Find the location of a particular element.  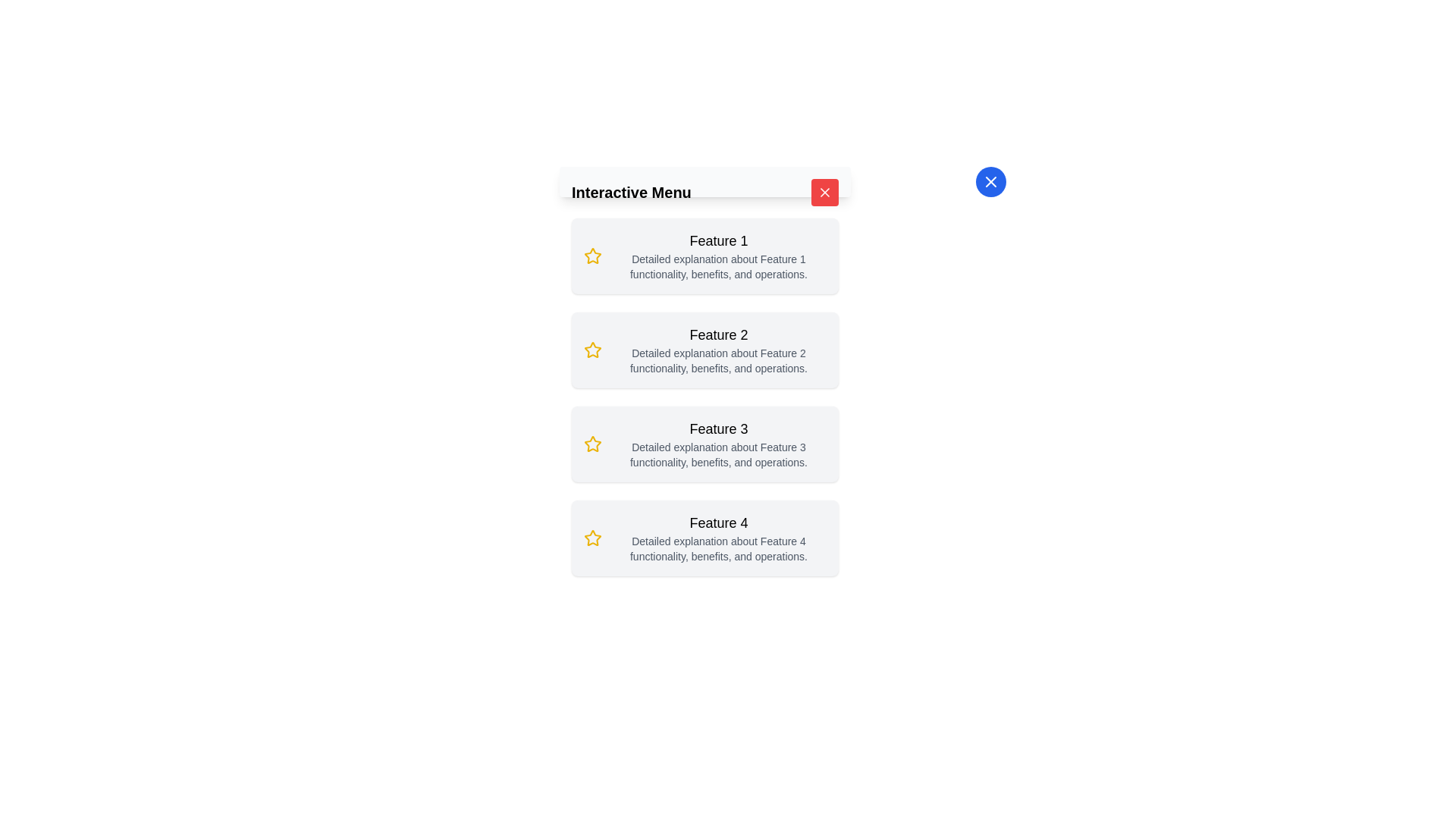

the text reading 'Detailed explanation about Feature 4 functionality, benefits, and operations.' which is positioned below the heading 'Feature 4' is located at coordinates (718, 549).